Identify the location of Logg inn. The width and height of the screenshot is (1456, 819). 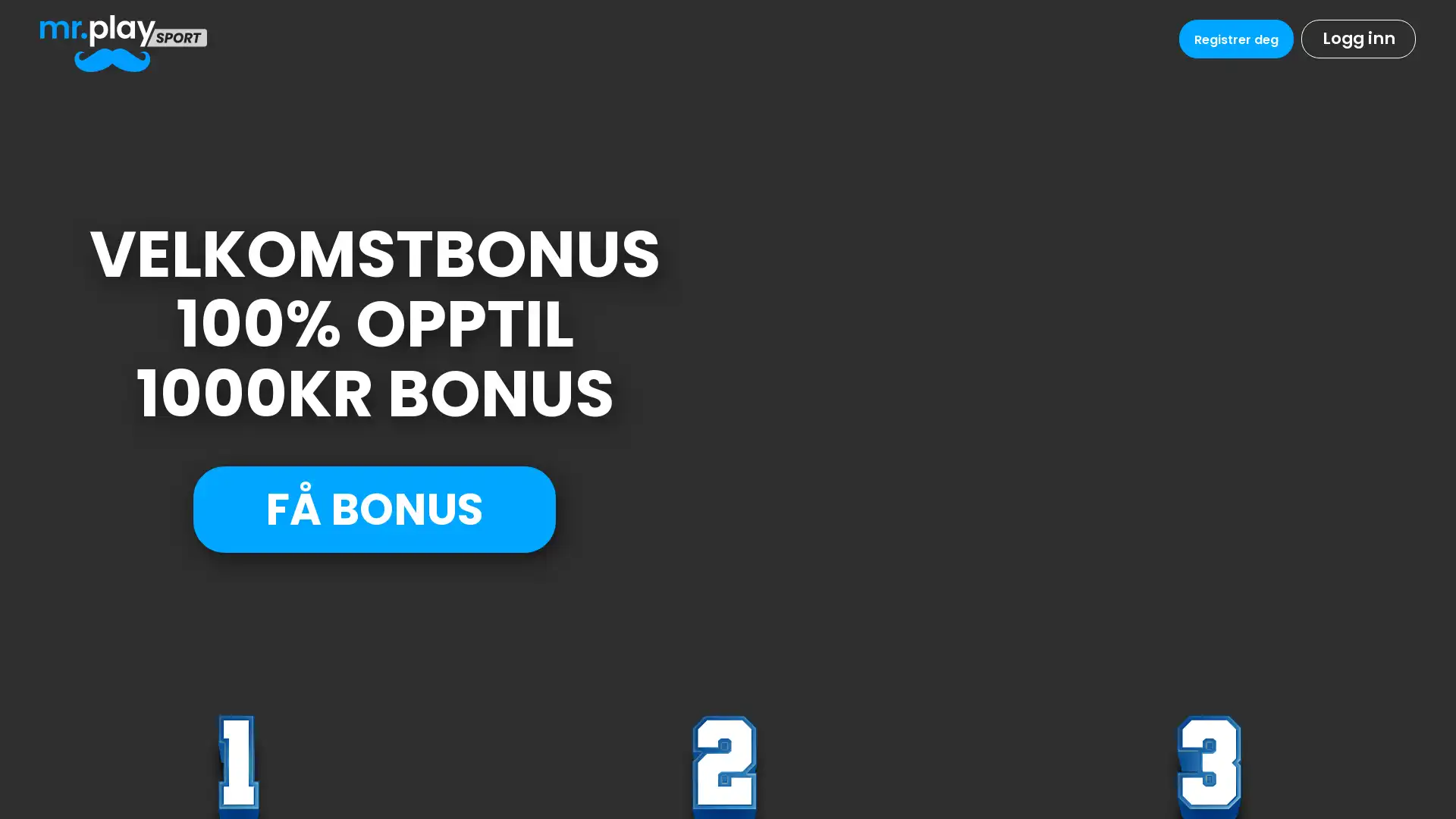
(1358, 37).